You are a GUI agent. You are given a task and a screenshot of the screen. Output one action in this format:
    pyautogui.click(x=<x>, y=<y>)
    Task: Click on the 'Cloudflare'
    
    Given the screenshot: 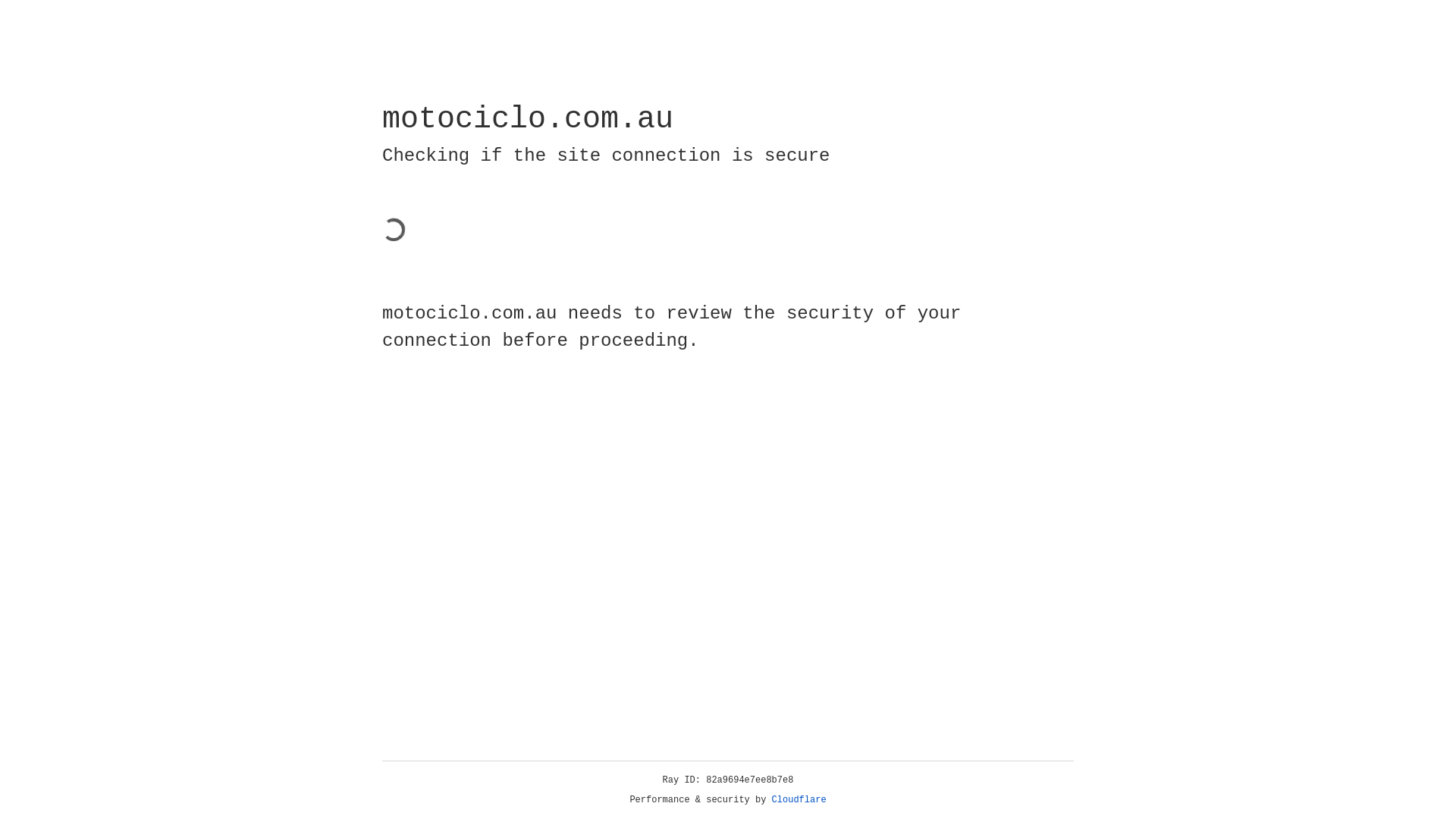 What is the action you would take?
    pyautogui.click(x=799, y=799)
    